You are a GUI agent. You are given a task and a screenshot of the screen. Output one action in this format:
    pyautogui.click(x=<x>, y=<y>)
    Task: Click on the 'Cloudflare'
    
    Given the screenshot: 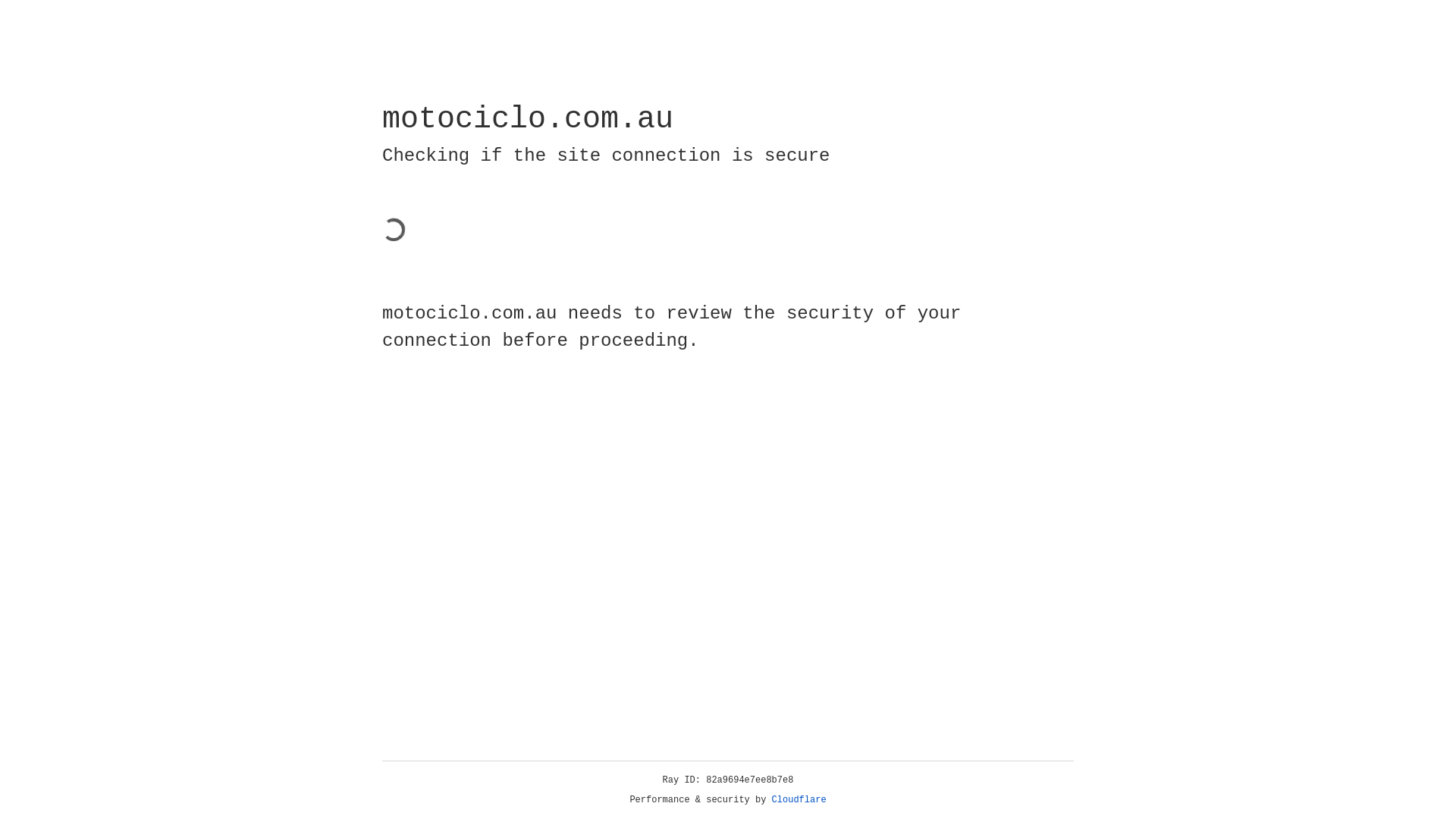 What is the action you would take?
    pyautogui.click(x=799, y=799)
    